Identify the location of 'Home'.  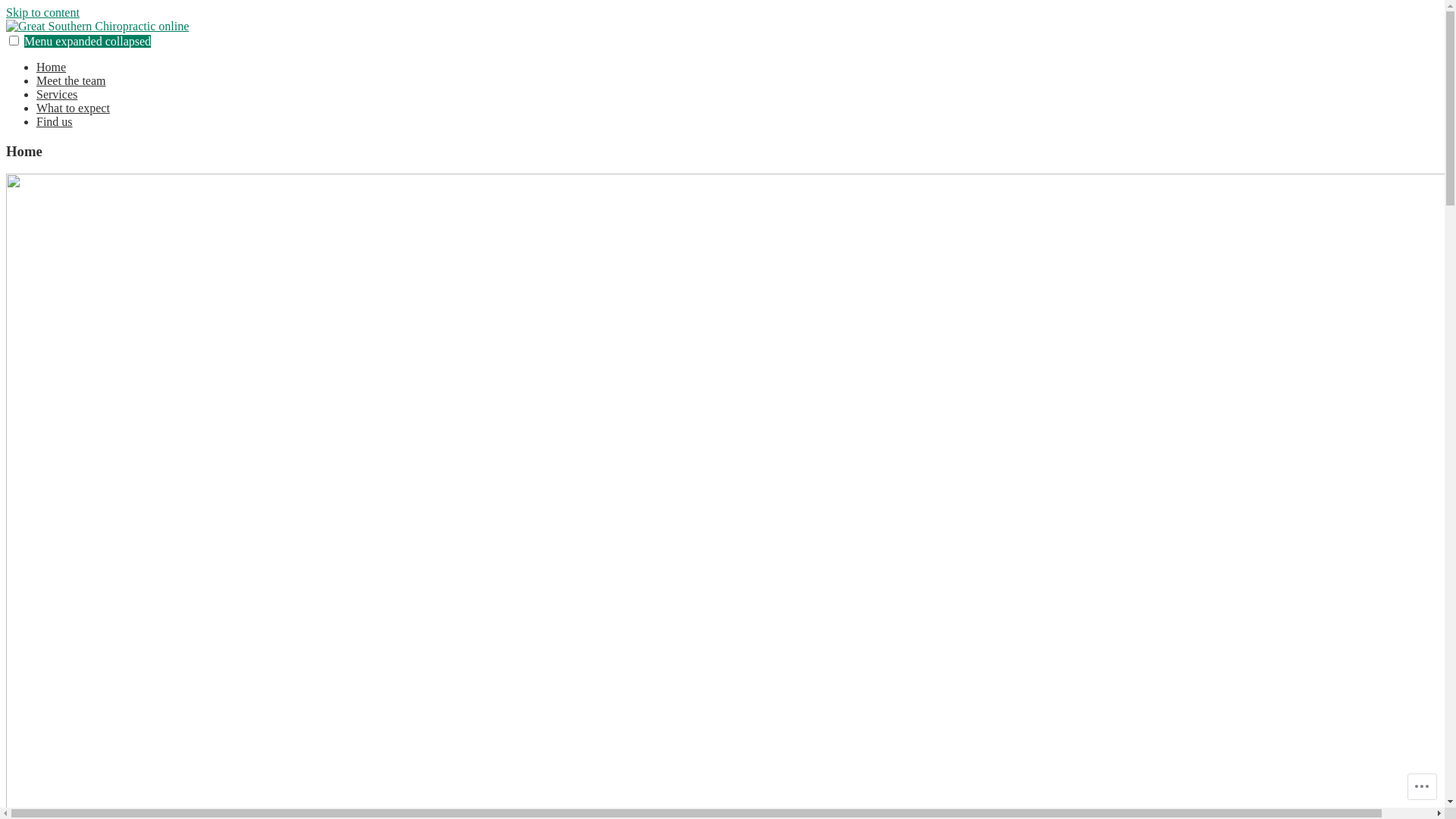
(51, 66).